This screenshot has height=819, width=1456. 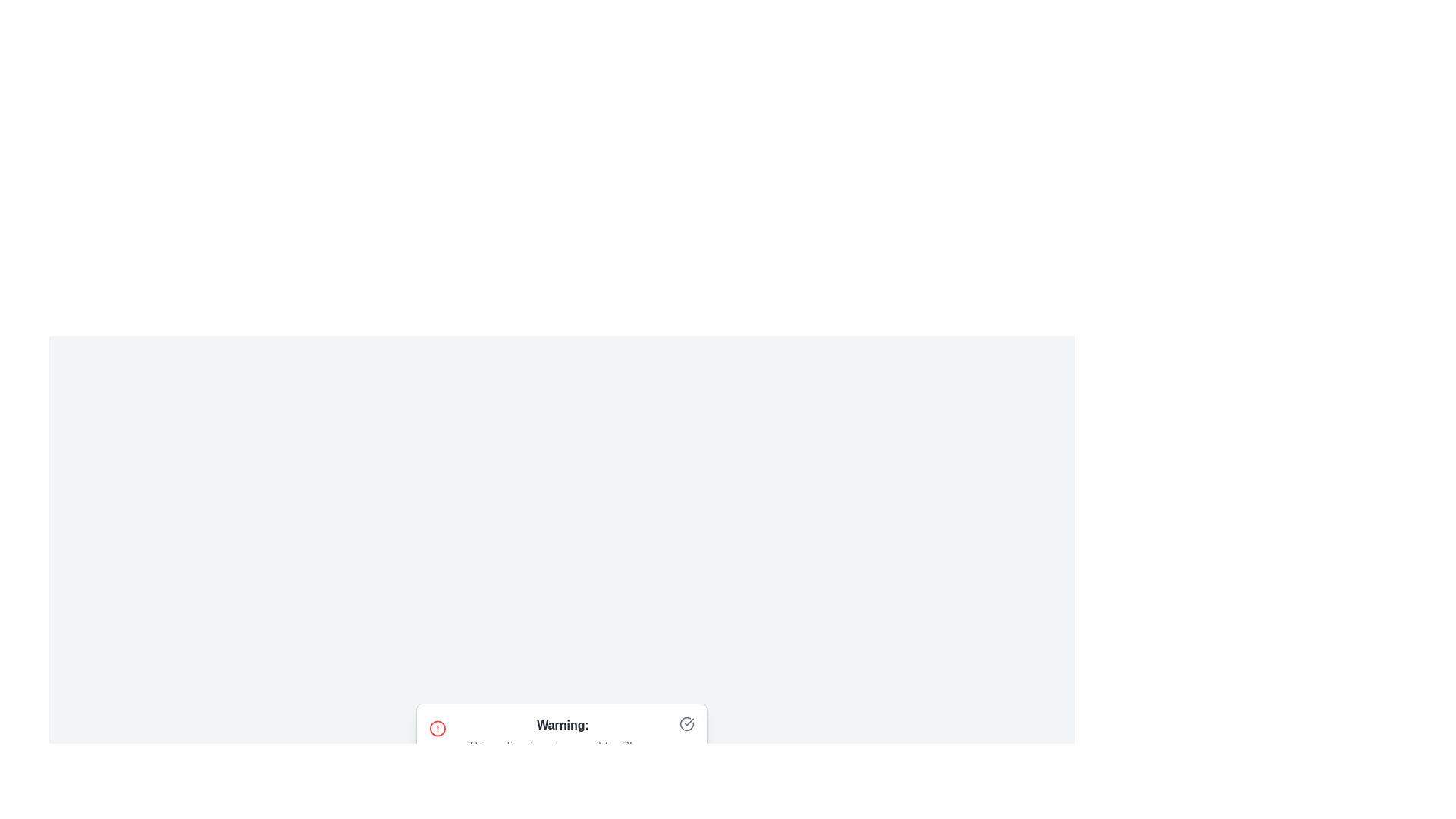 I want to click on the Icon button in the top-right corner of the warning modal, so click(x=686, y=723).